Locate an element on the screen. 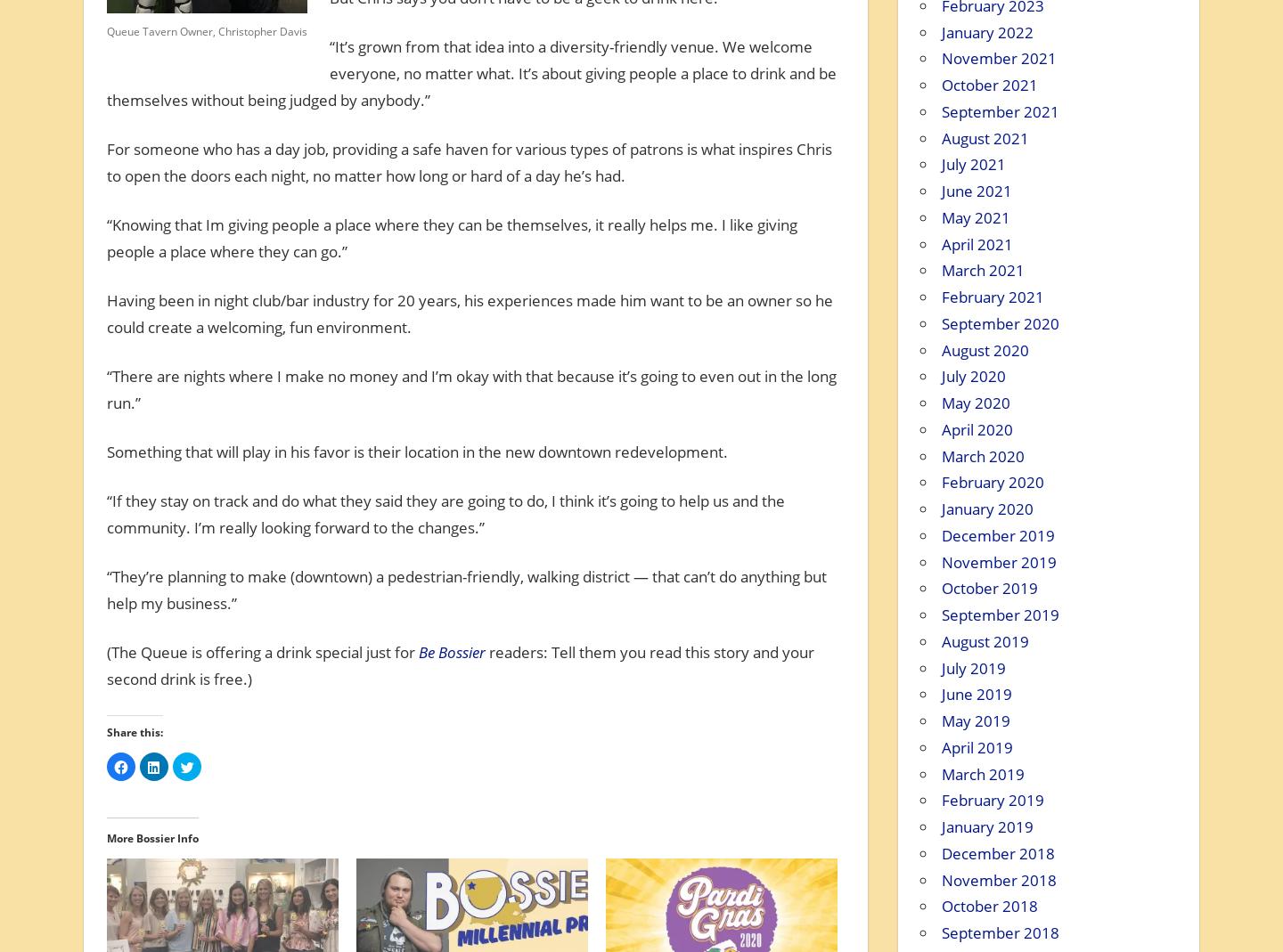 The height and width of the screenshot is (952, 1283). 'September 2018' is located at coordinates (941, 932).